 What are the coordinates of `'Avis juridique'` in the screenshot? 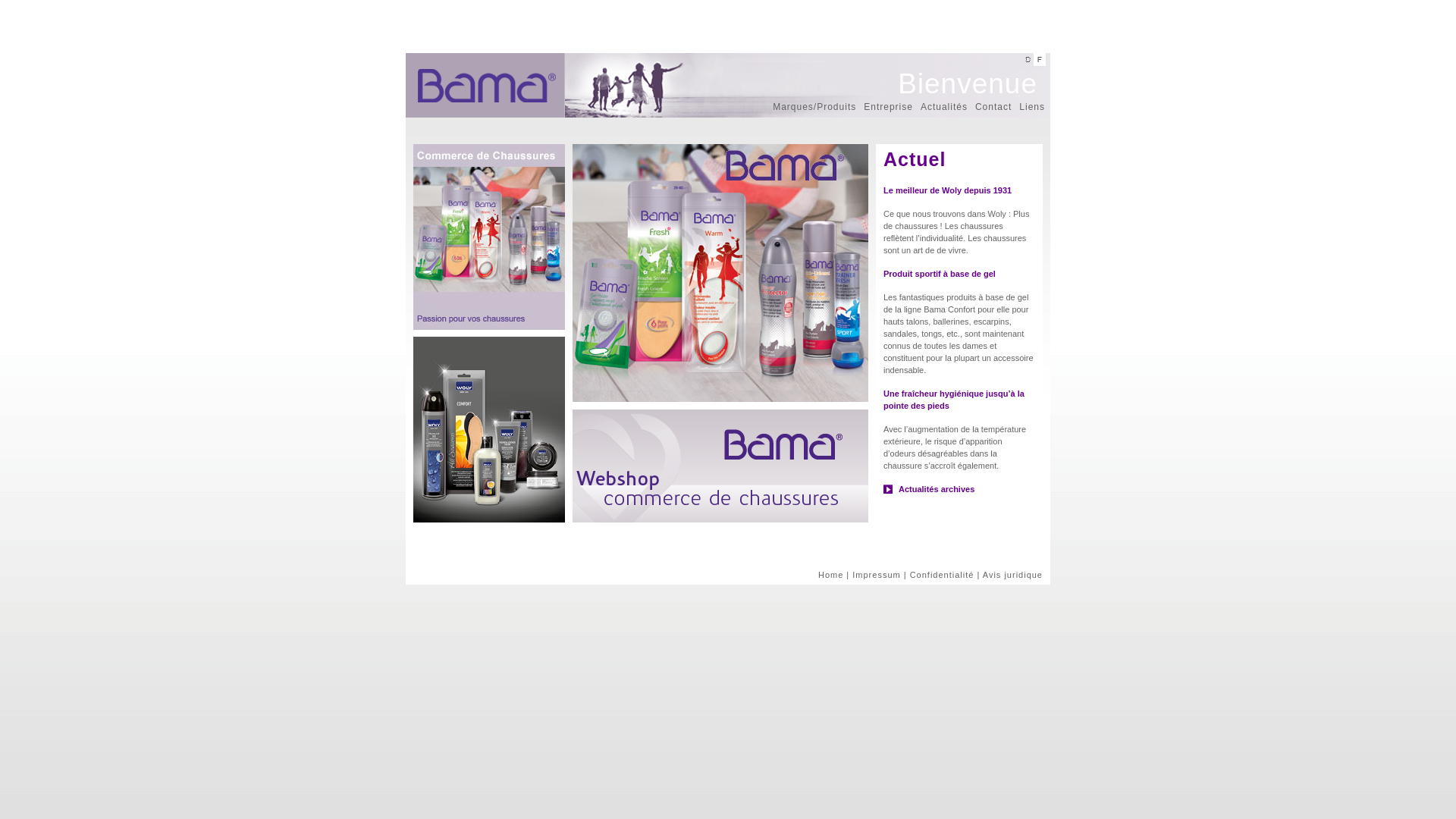 It's located at (1012, 575).